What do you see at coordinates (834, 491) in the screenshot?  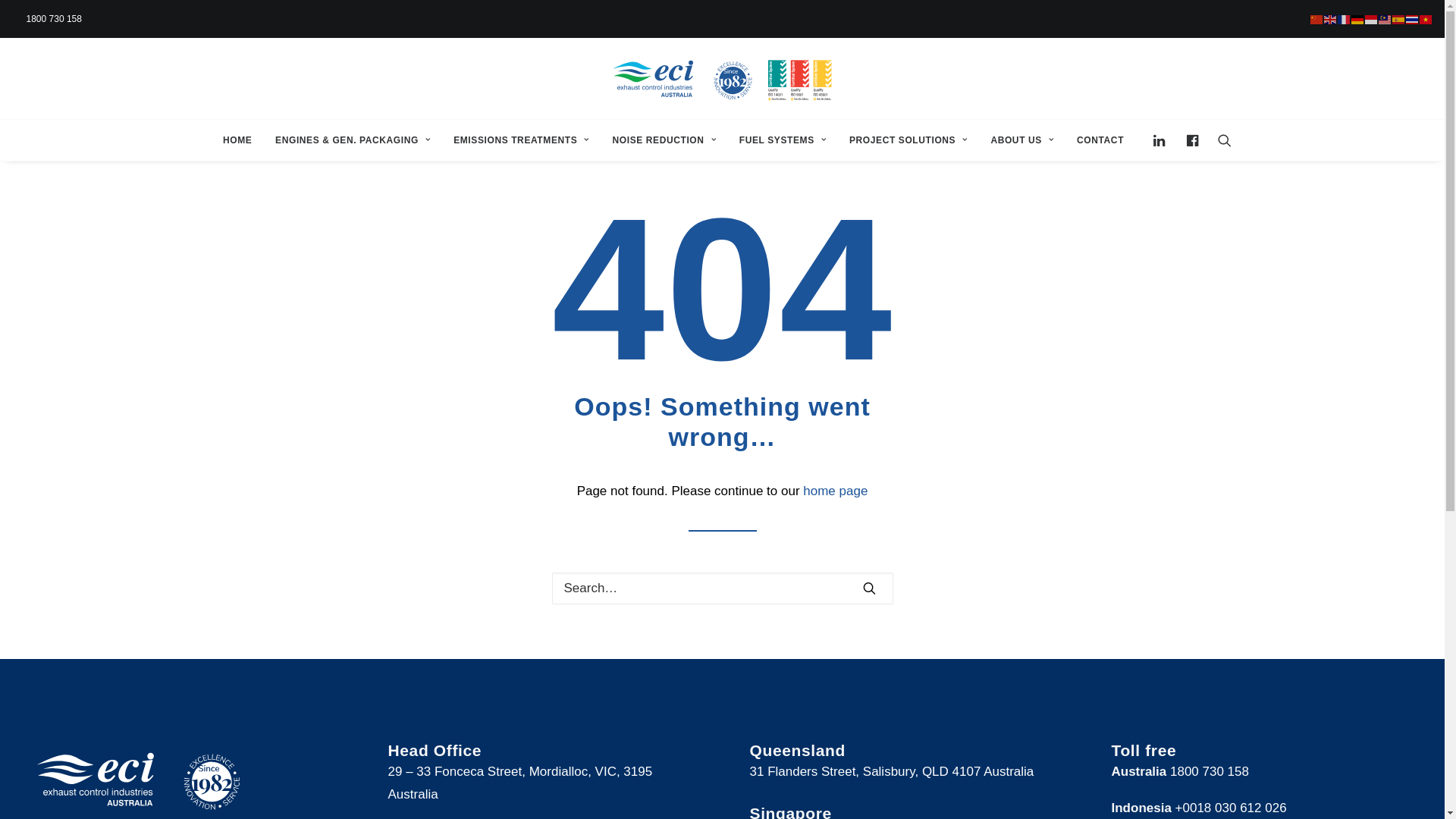 I see `'home page'` at bounding box center [834, 491].